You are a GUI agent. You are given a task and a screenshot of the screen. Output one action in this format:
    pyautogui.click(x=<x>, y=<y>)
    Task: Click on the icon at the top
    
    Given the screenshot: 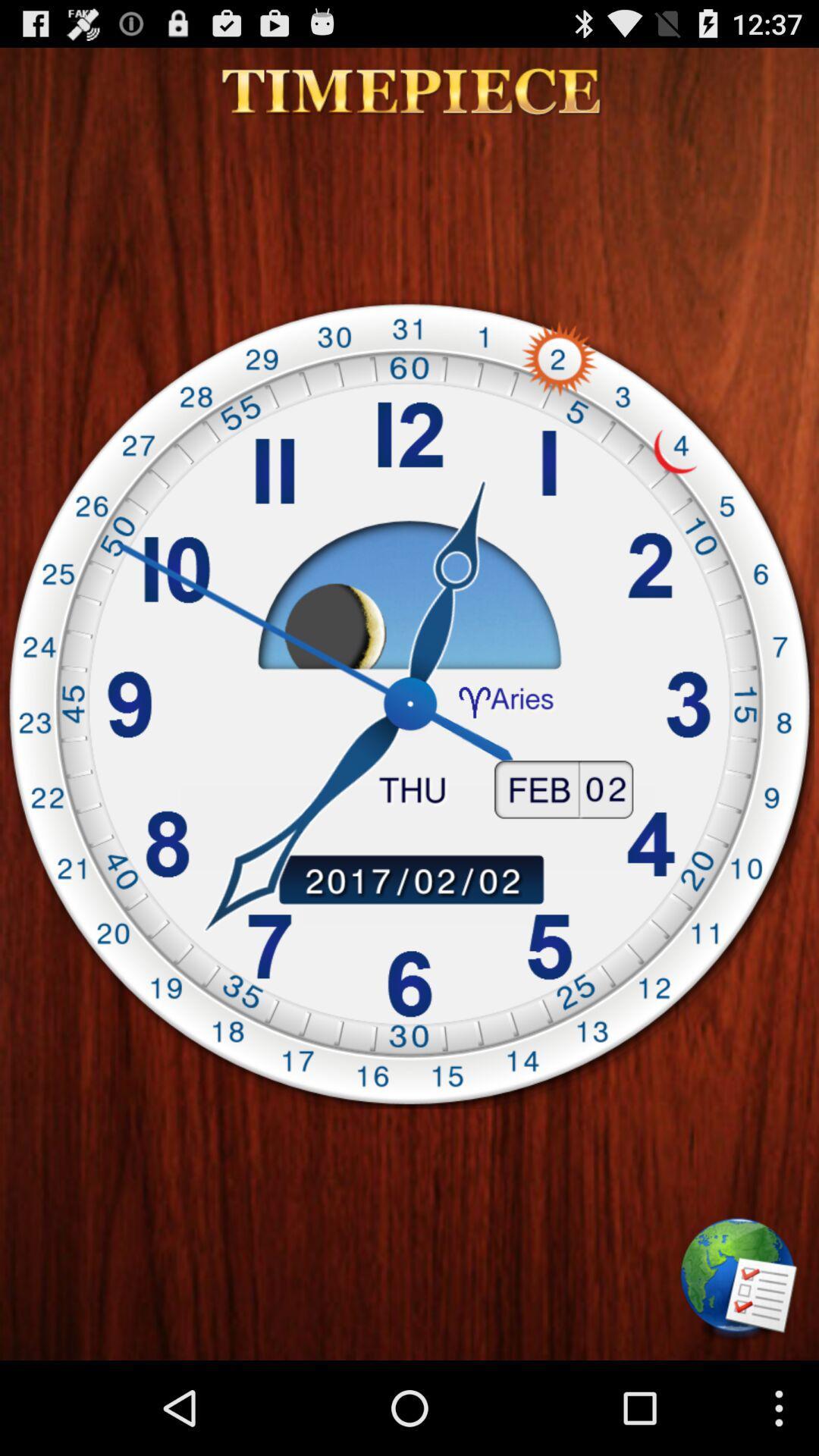 What is the action you would take?
    pyautogui.click(x=409, y=91)
    